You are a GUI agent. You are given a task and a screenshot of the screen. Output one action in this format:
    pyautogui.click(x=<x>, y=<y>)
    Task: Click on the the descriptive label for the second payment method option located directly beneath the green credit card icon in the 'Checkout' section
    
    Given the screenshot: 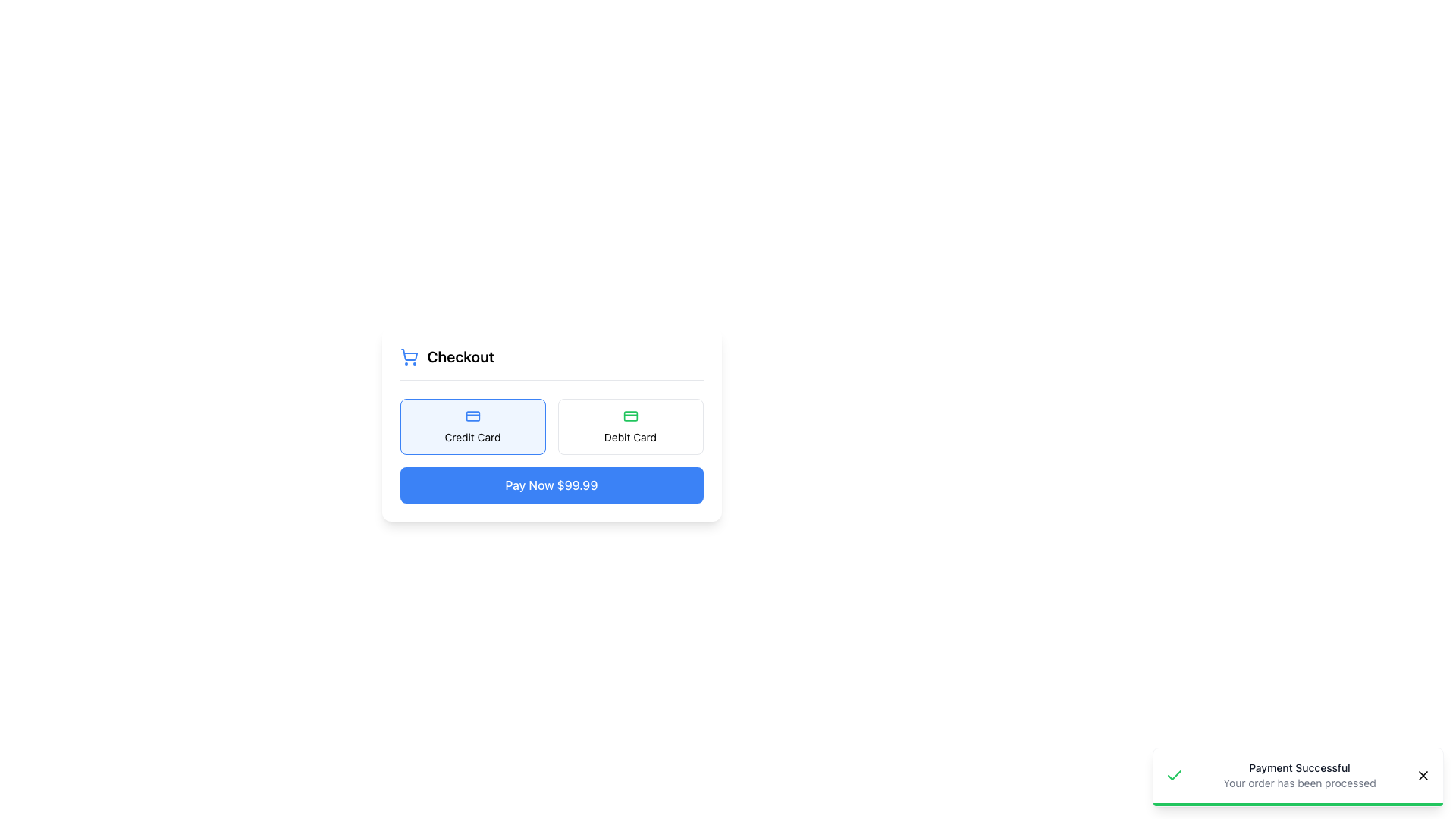 What is the action you would take?
    pyautogui.click(x=630, y=438)
    